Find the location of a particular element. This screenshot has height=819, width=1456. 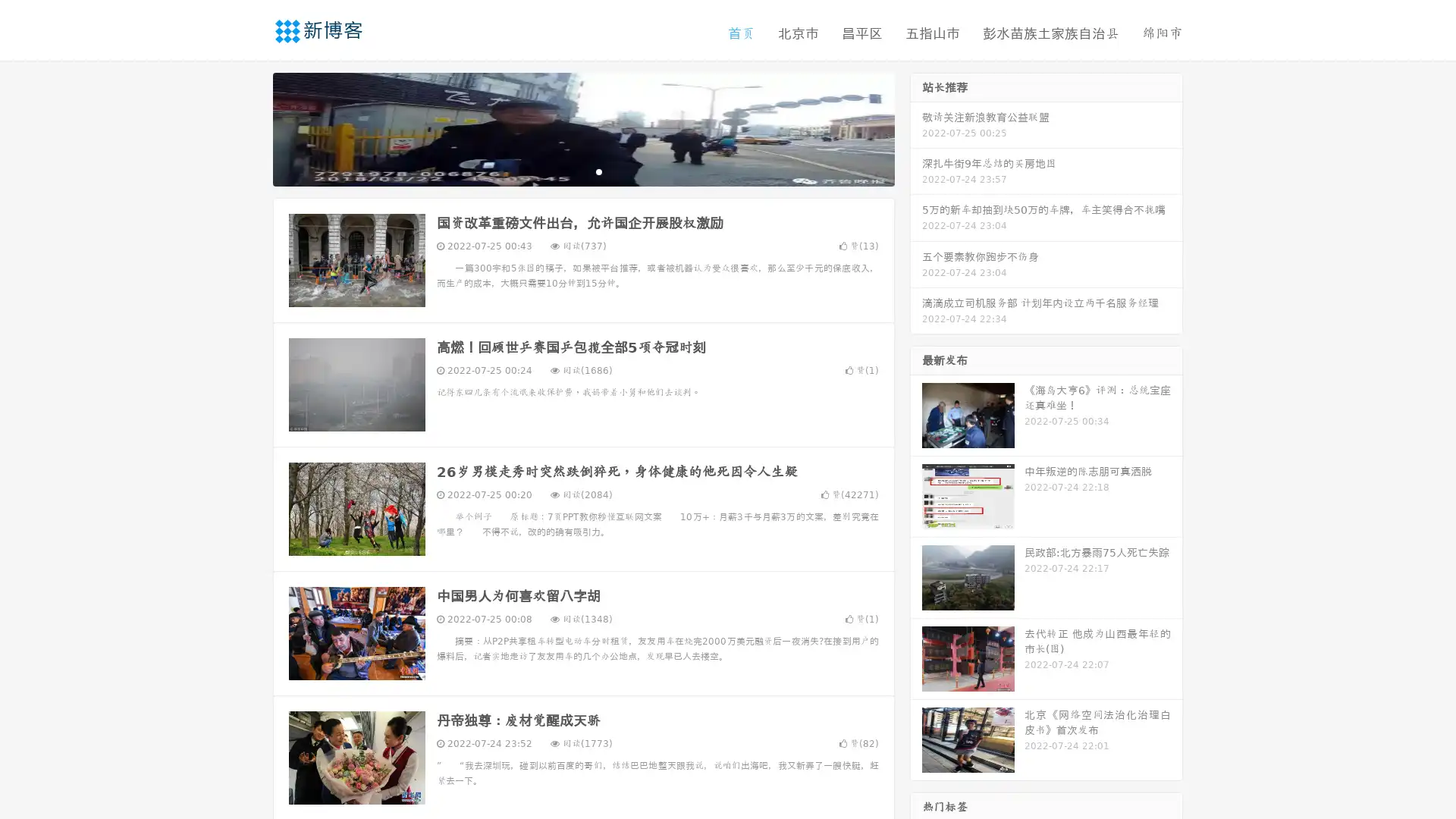

Go to slide 1 is located at coordinates (567, 171).